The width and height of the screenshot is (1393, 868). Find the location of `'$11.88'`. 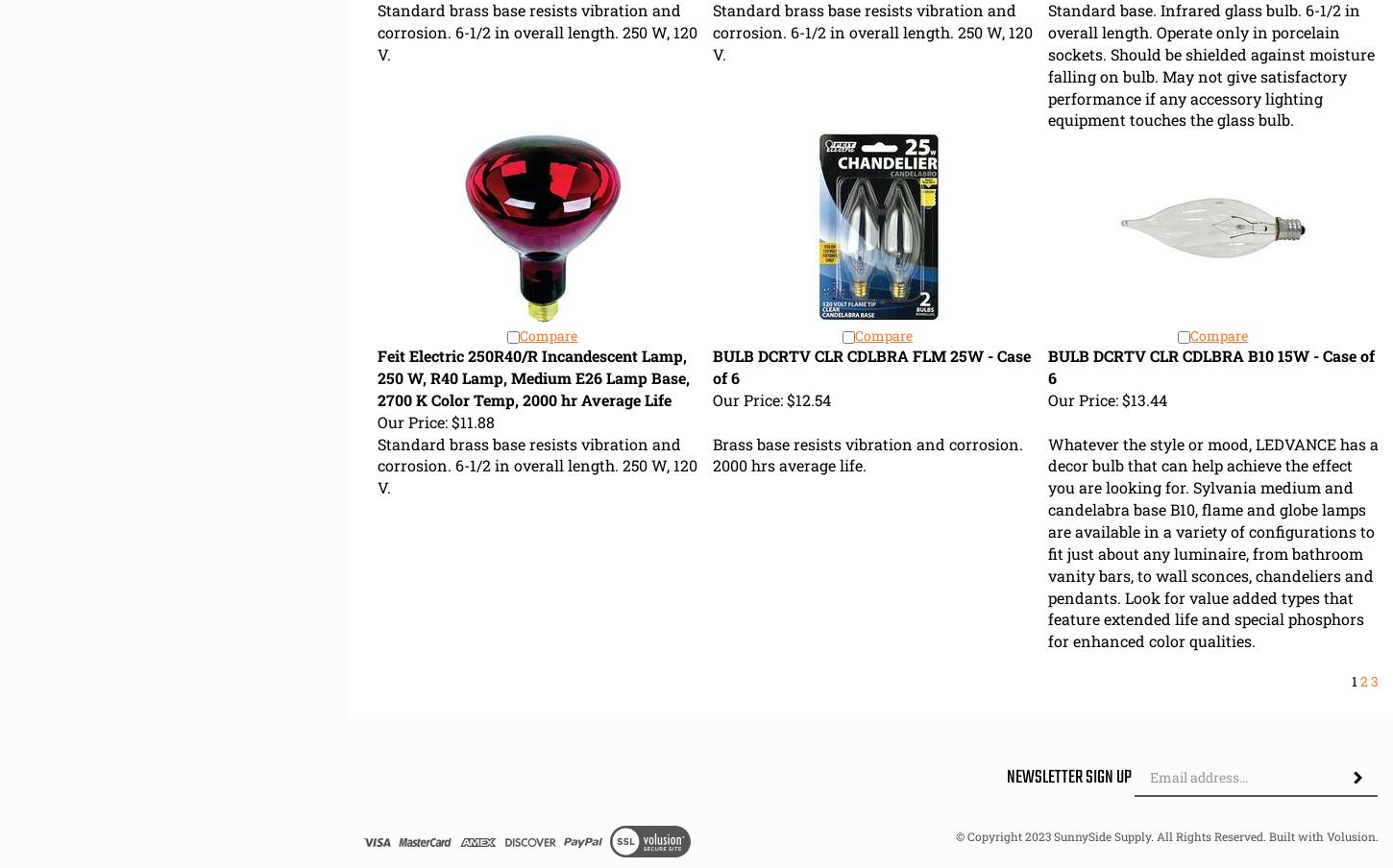

'$11.88' is located at coordinates (446, 421).